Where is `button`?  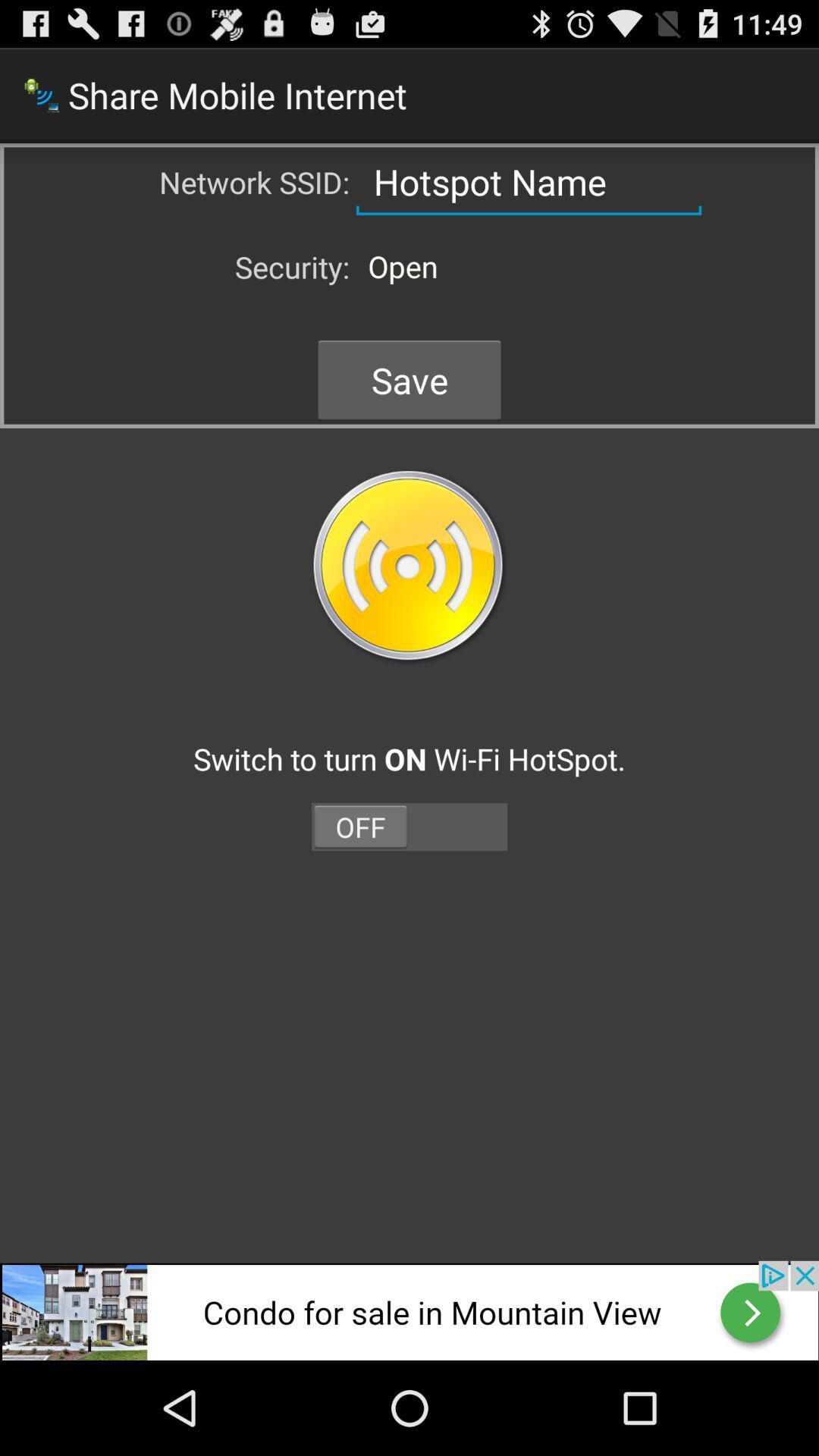 button is located at coordinates (409, 566).